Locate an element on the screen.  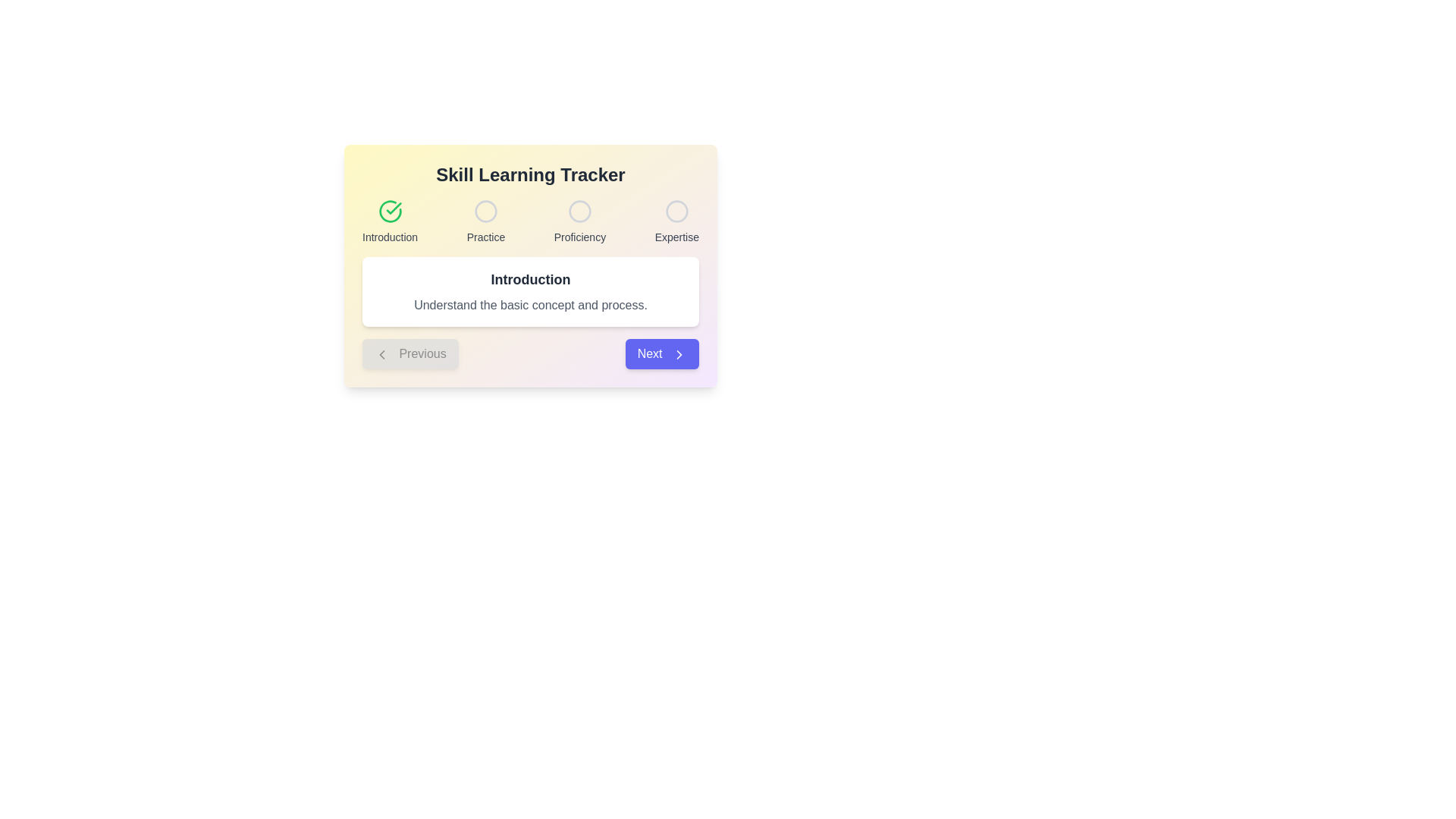
the progress status of the progress tracker located centrally below the 'Skill Learning Tracker' heading is located at coordinates (531, 222).